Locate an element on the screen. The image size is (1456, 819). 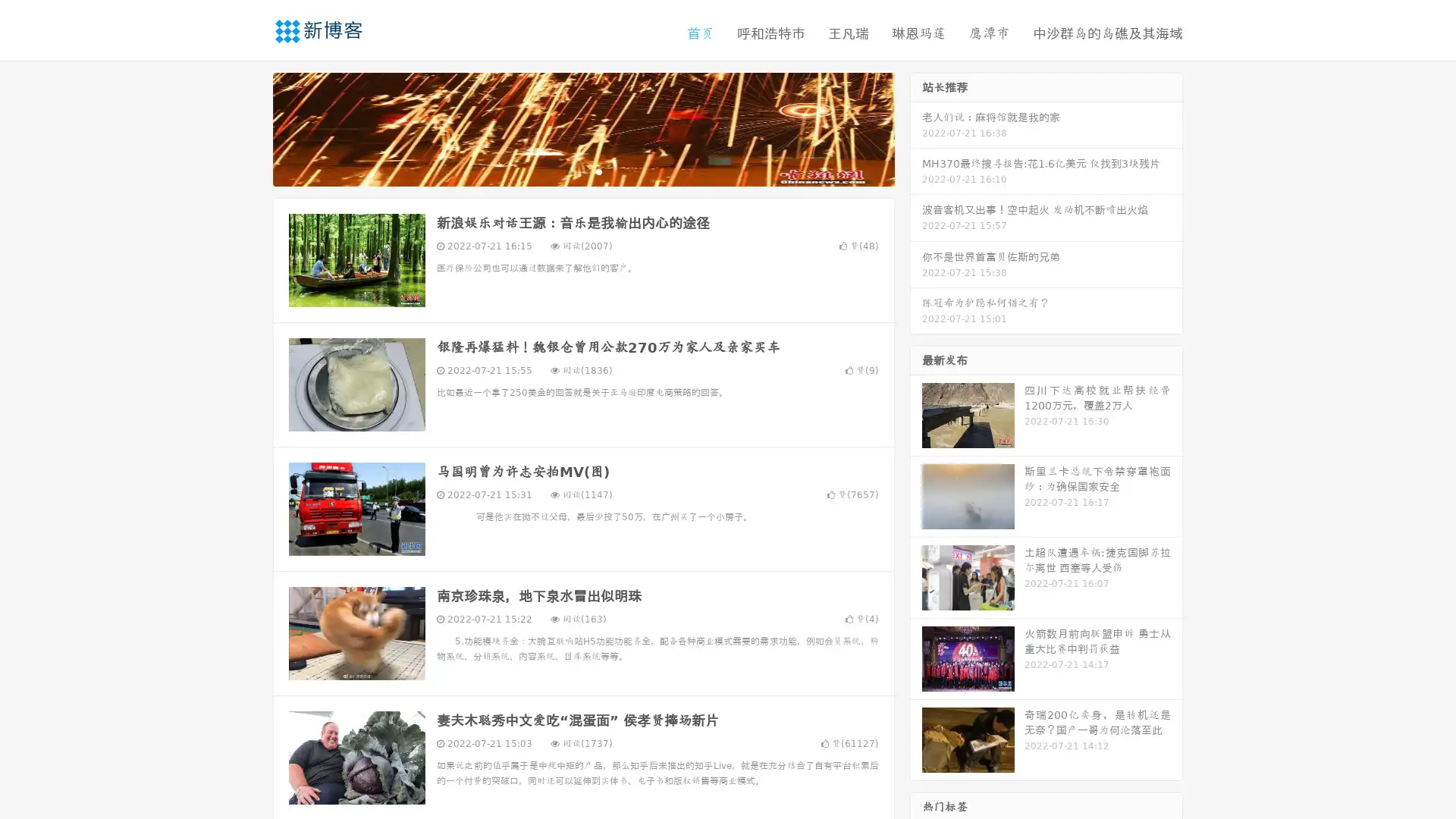
Next slide is located at coordinates (916, 127).